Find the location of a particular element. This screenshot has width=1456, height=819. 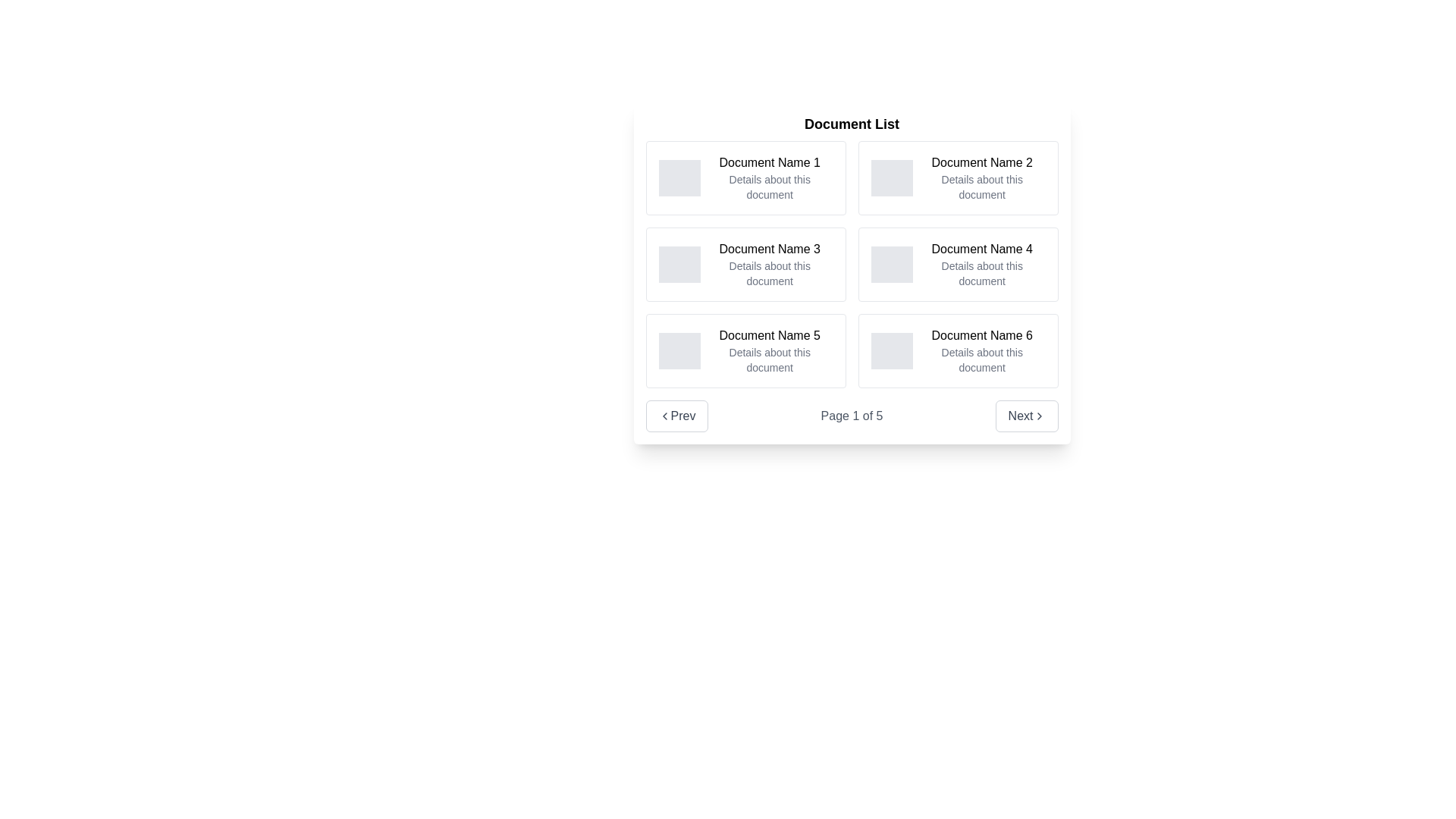

the Text Label that serves as the title or identifier for the document in the Document List, located in the top-left of the grid layout within its card component is located at coordinates (770, 163).